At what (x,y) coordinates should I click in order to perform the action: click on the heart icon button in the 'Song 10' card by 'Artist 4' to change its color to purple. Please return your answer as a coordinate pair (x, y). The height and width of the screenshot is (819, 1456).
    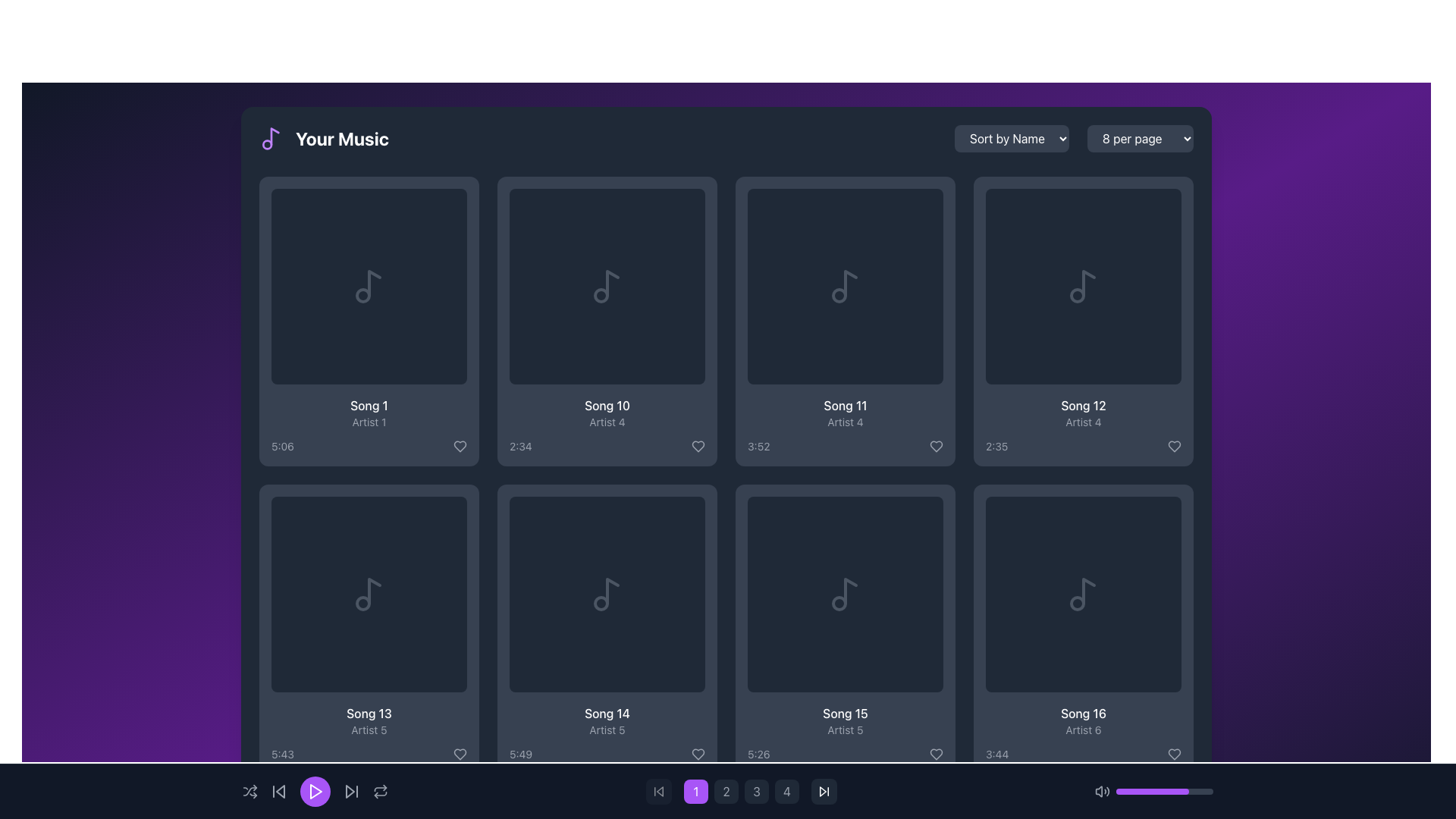
    Looking at the image, I should click on (698, 446).